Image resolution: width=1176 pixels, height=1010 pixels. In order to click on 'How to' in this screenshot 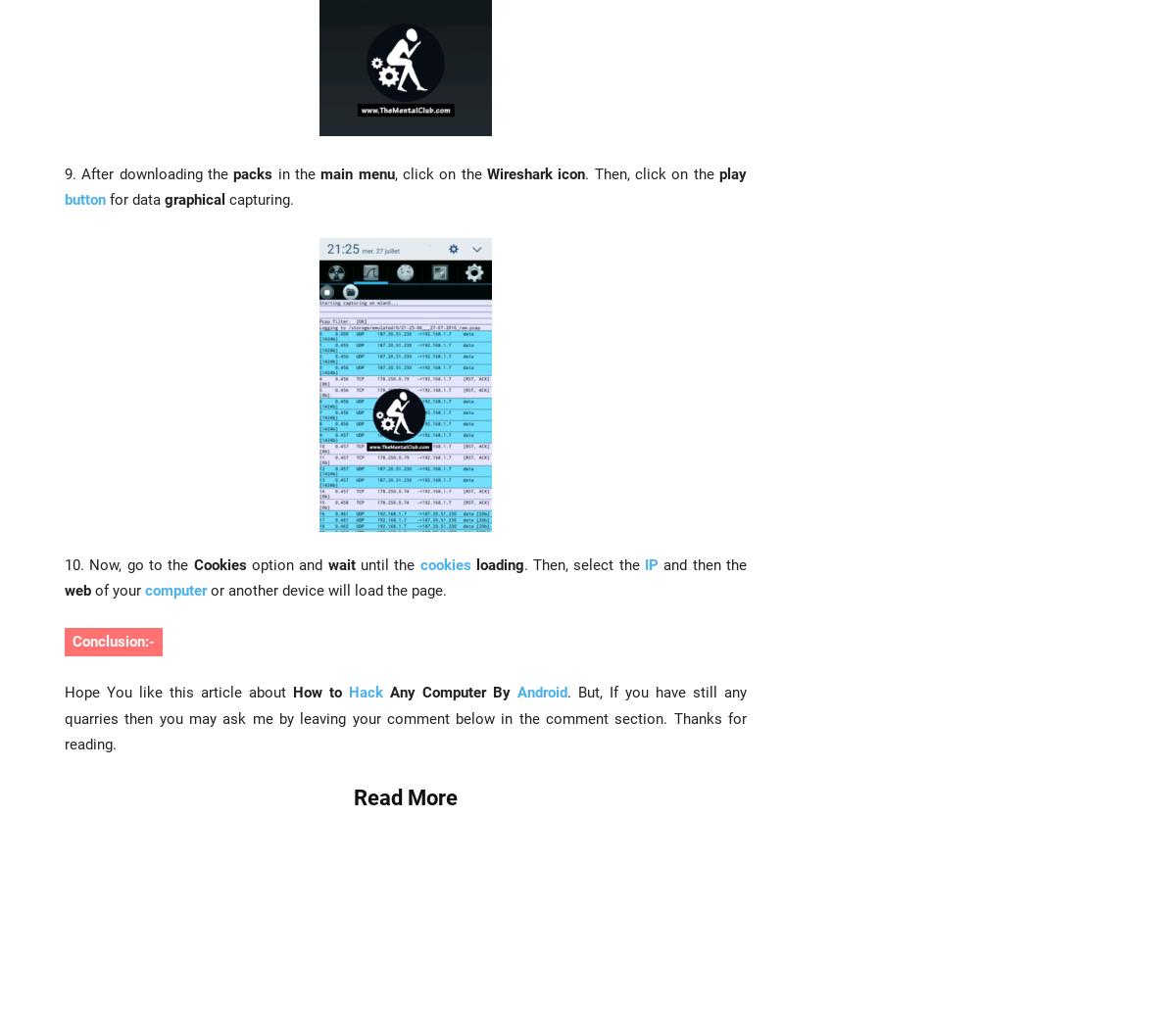, I will do `click(320, 692)`.